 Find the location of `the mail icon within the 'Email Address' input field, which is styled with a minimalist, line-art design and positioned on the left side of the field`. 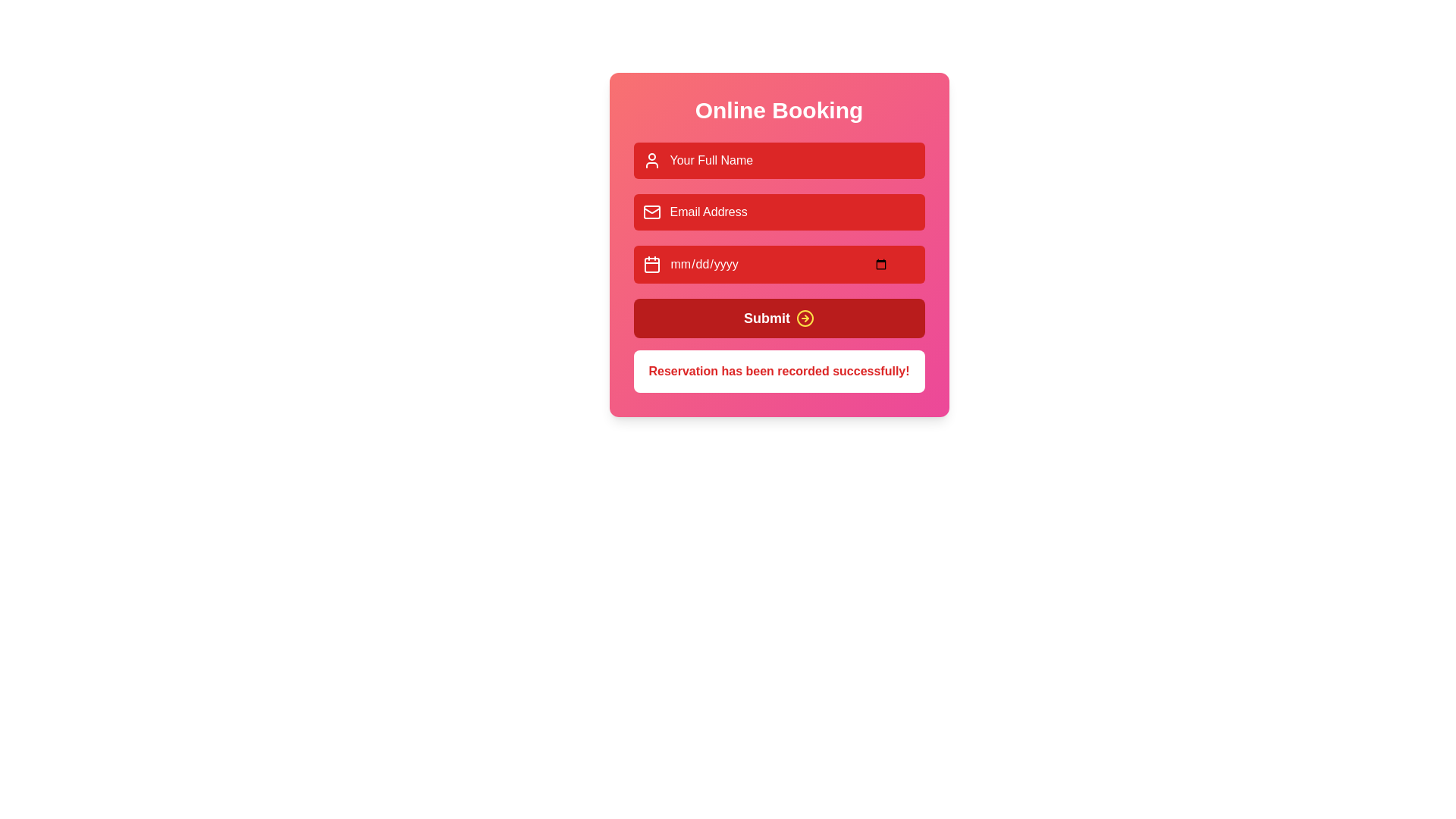

the mail icon within the 'Email Address' input field, which is styled with a minimalist, line-art design and positioned on the left side of the field is located at coordinates (651, 212).